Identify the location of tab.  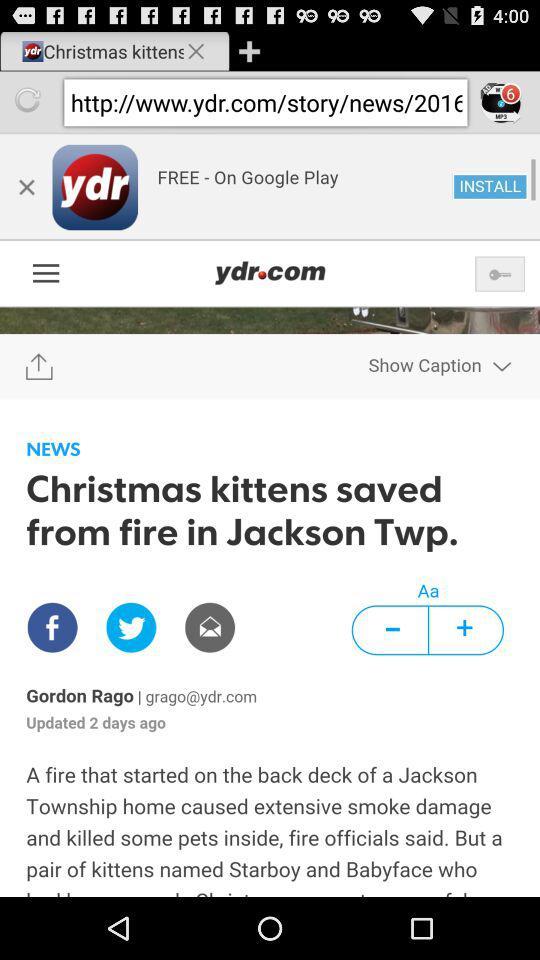
(249, 50).